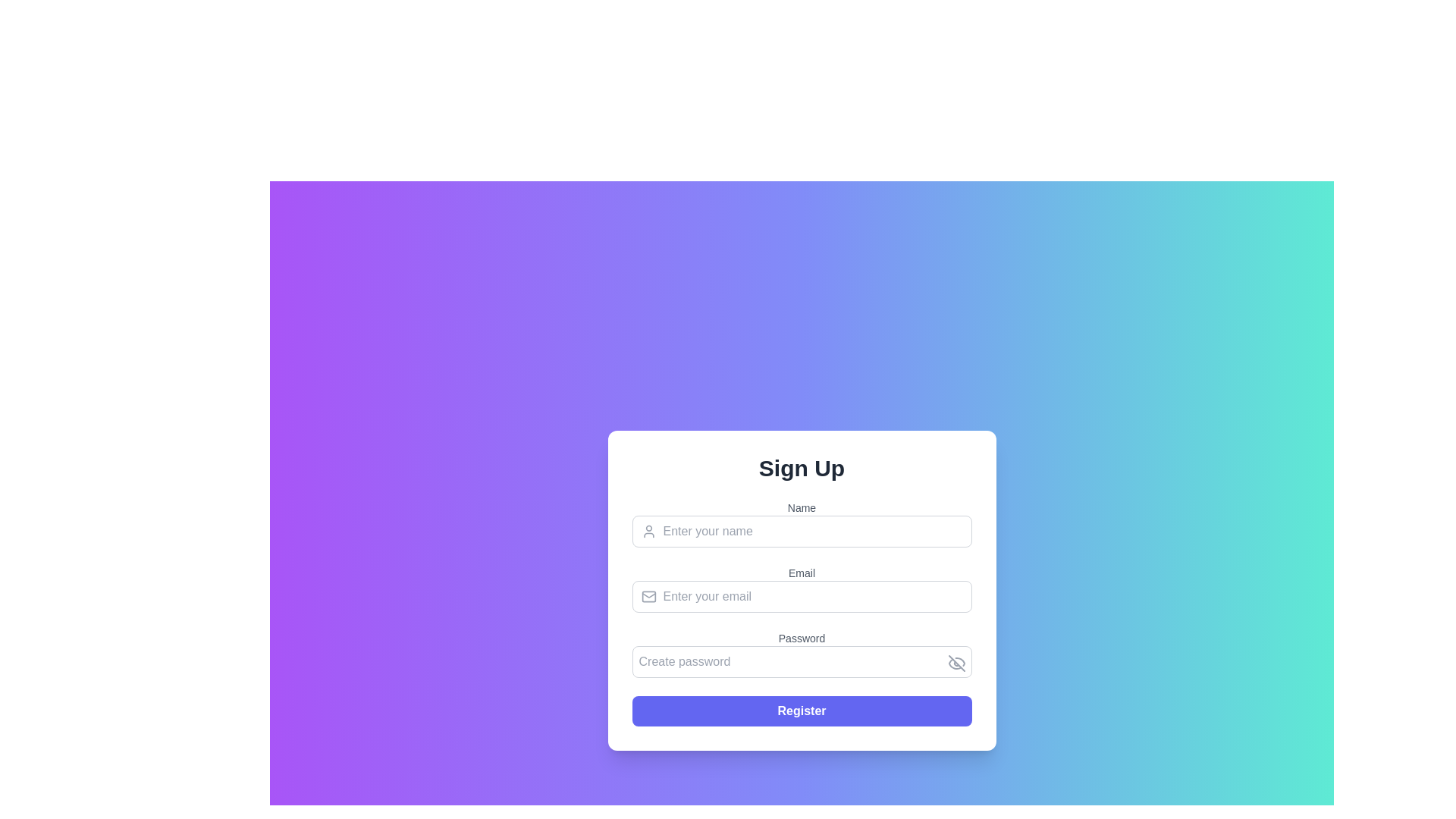  I want to click on the Text label that describes the 'Enter your name' input field in the 'Sign Up' form section, so click(801, 508).